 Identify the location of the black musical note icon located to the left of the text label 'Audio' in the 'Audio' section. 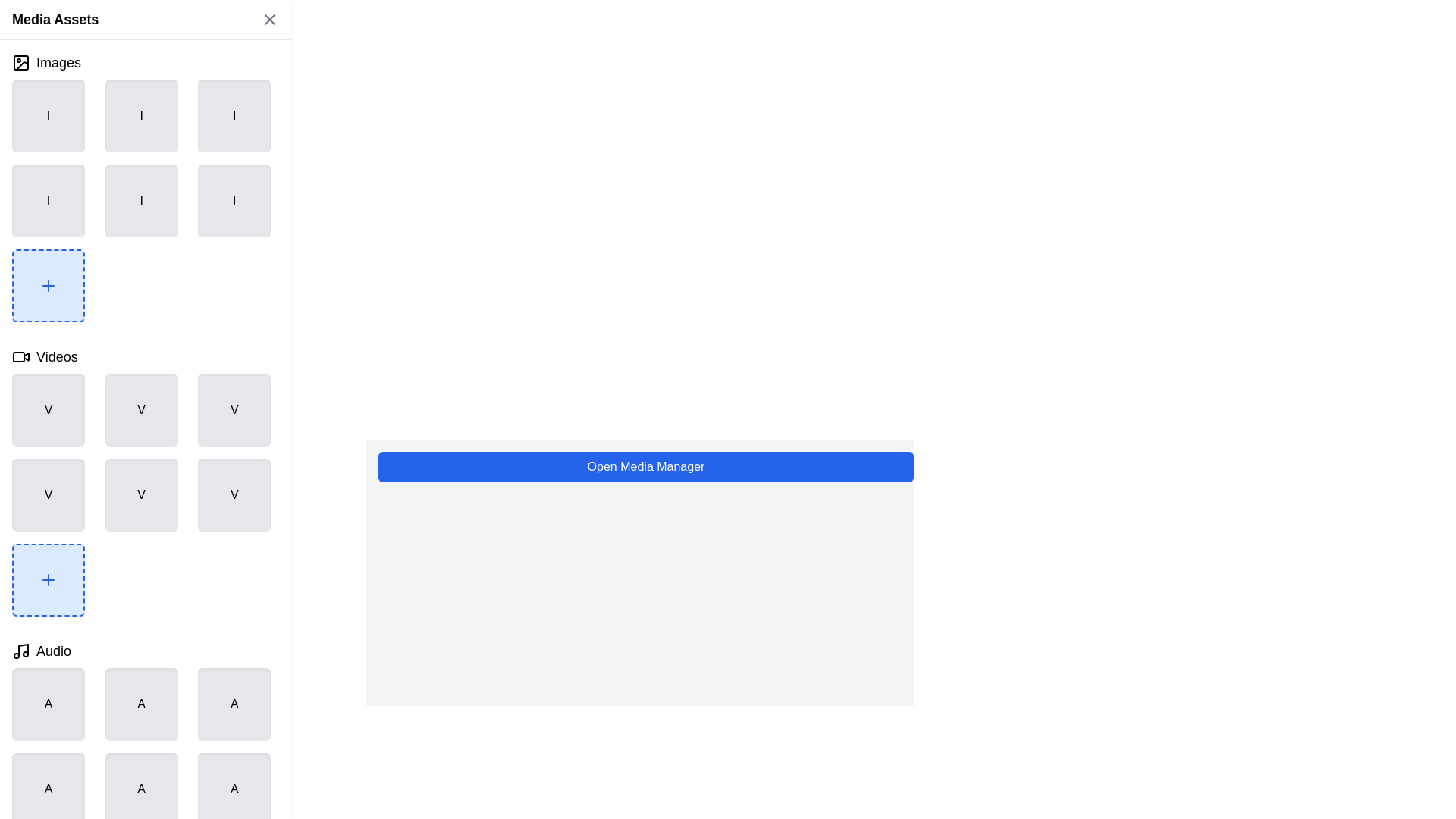
(21, 651).